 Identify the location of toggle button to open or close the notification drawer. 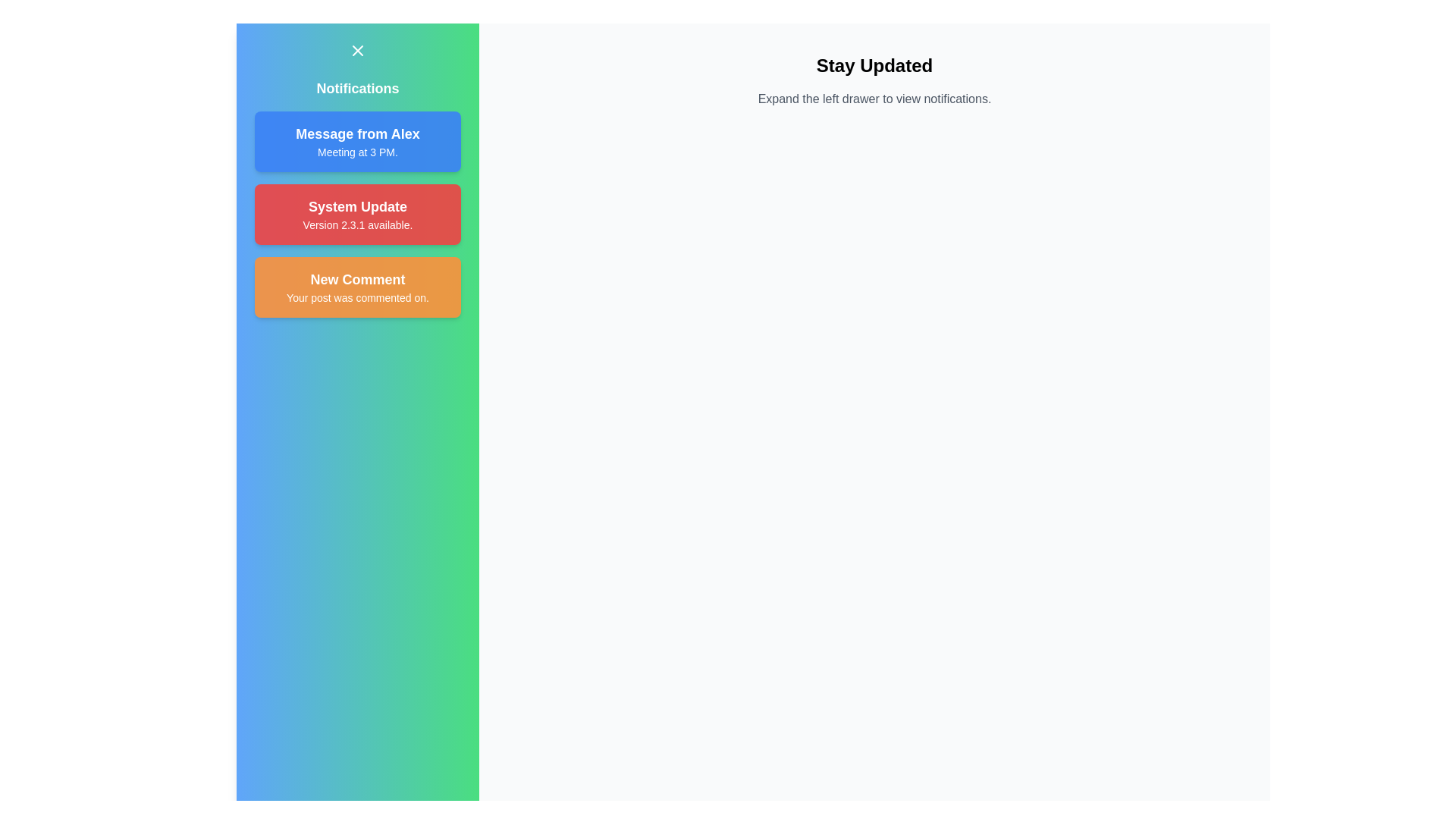
(356, 49).